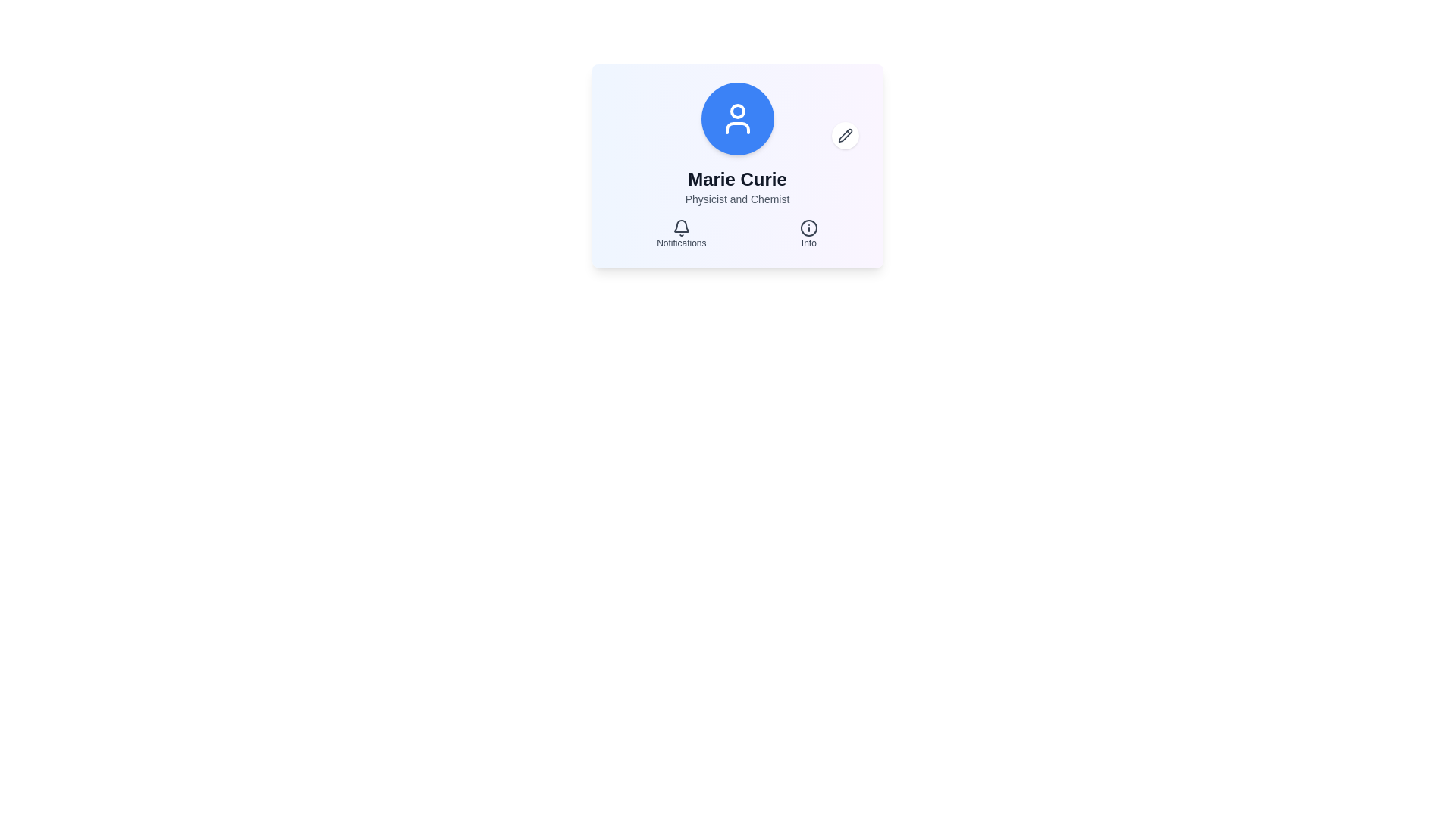 The image size is (1456, 819). Describe the element at coordinates (737, 127) in the screenshot. I see `the human figure representation within the user profile icon, located at the top of the card interface` at that location.